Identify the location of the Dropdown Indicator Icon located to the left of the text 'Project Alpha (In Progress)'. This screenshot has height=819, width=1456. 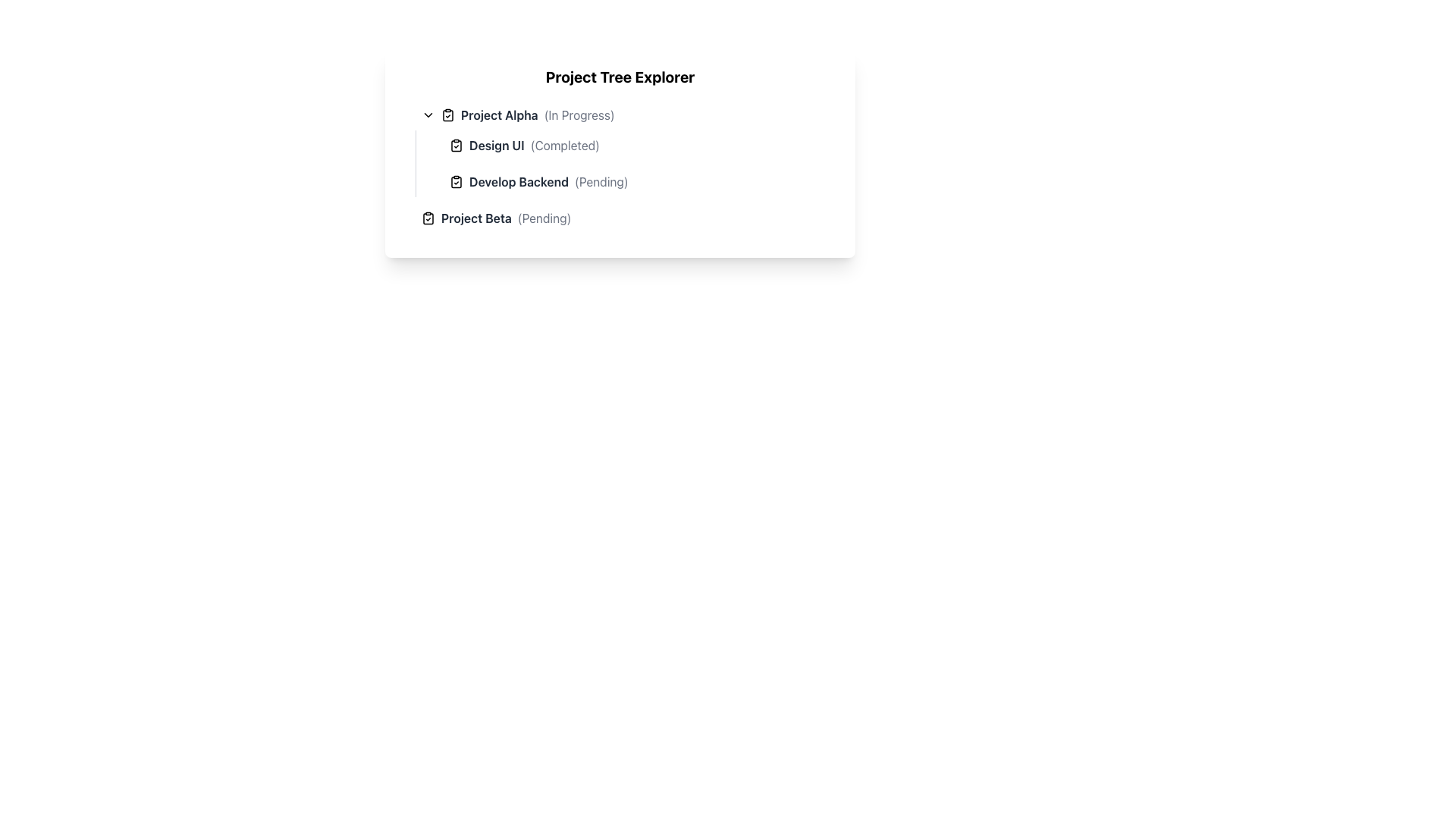
(428, 114).